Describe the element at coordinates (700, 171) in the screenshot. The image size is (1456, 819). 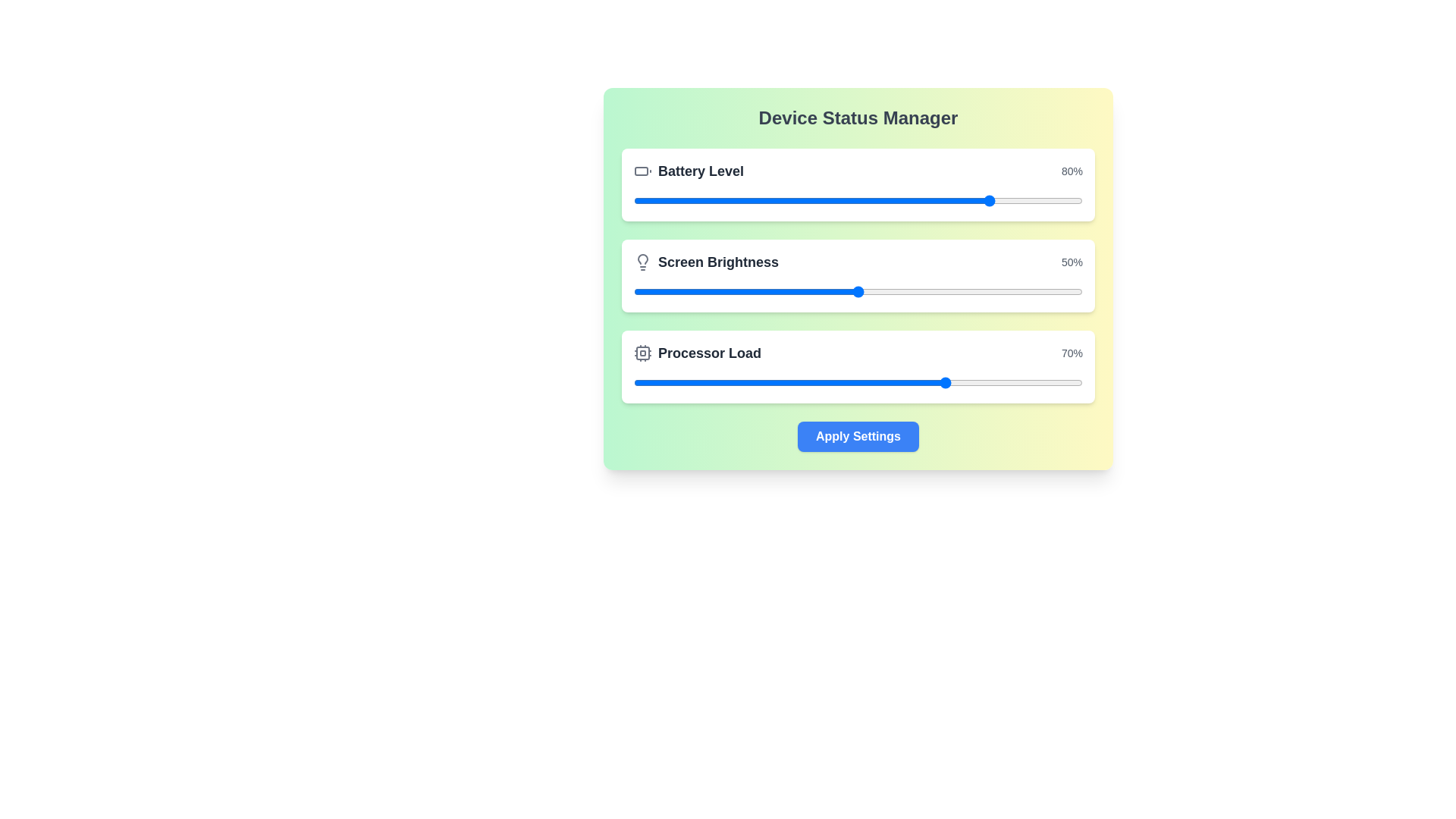
I see `text from the 'Battery Level' label, which is a large, bold dark gray text aligned next to a battery icon at the top center of the interface` at that location.